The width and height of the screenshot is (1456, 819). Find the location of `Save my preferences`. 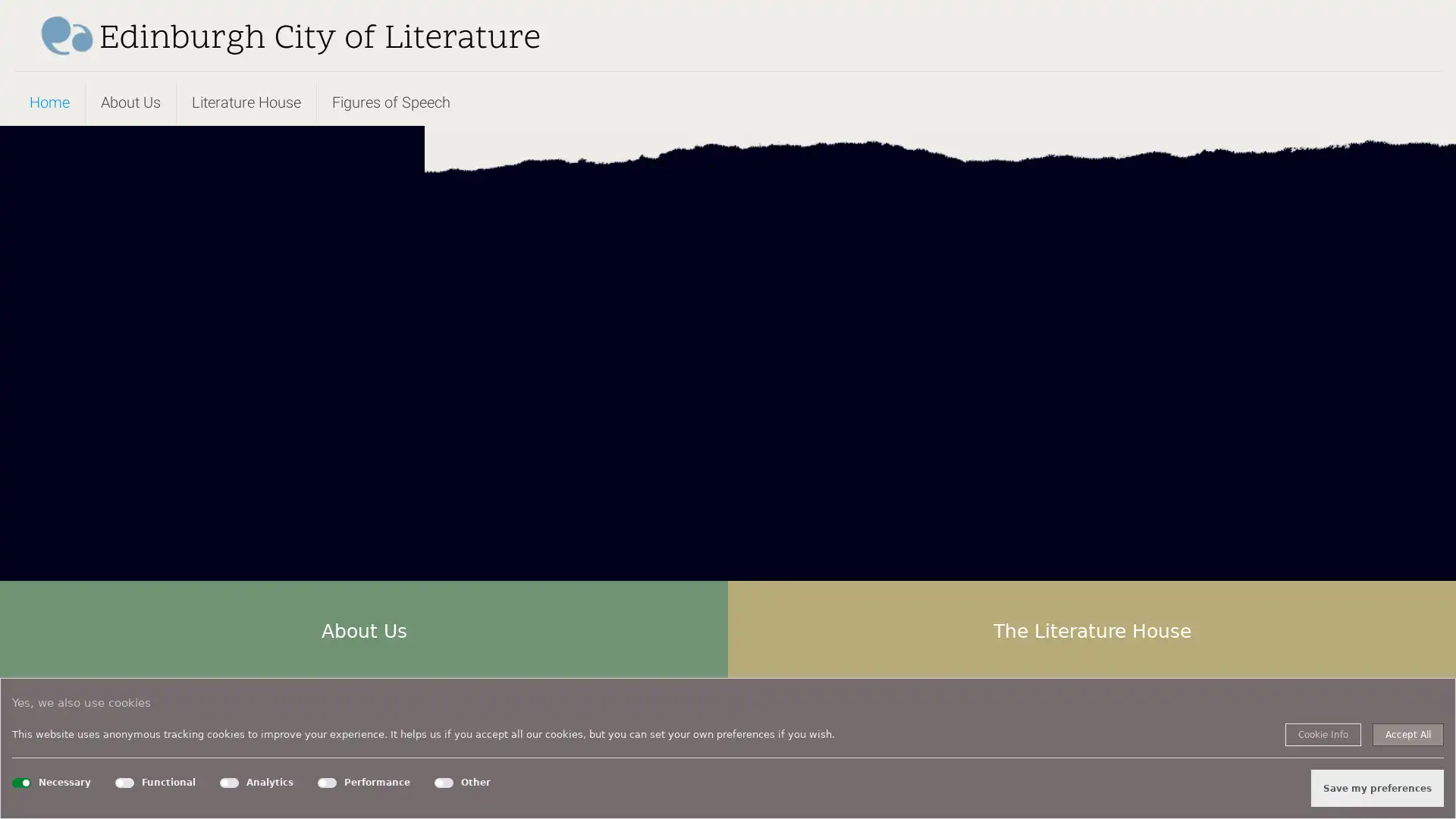

Save my preferences is located at coordinates (1377, 787).